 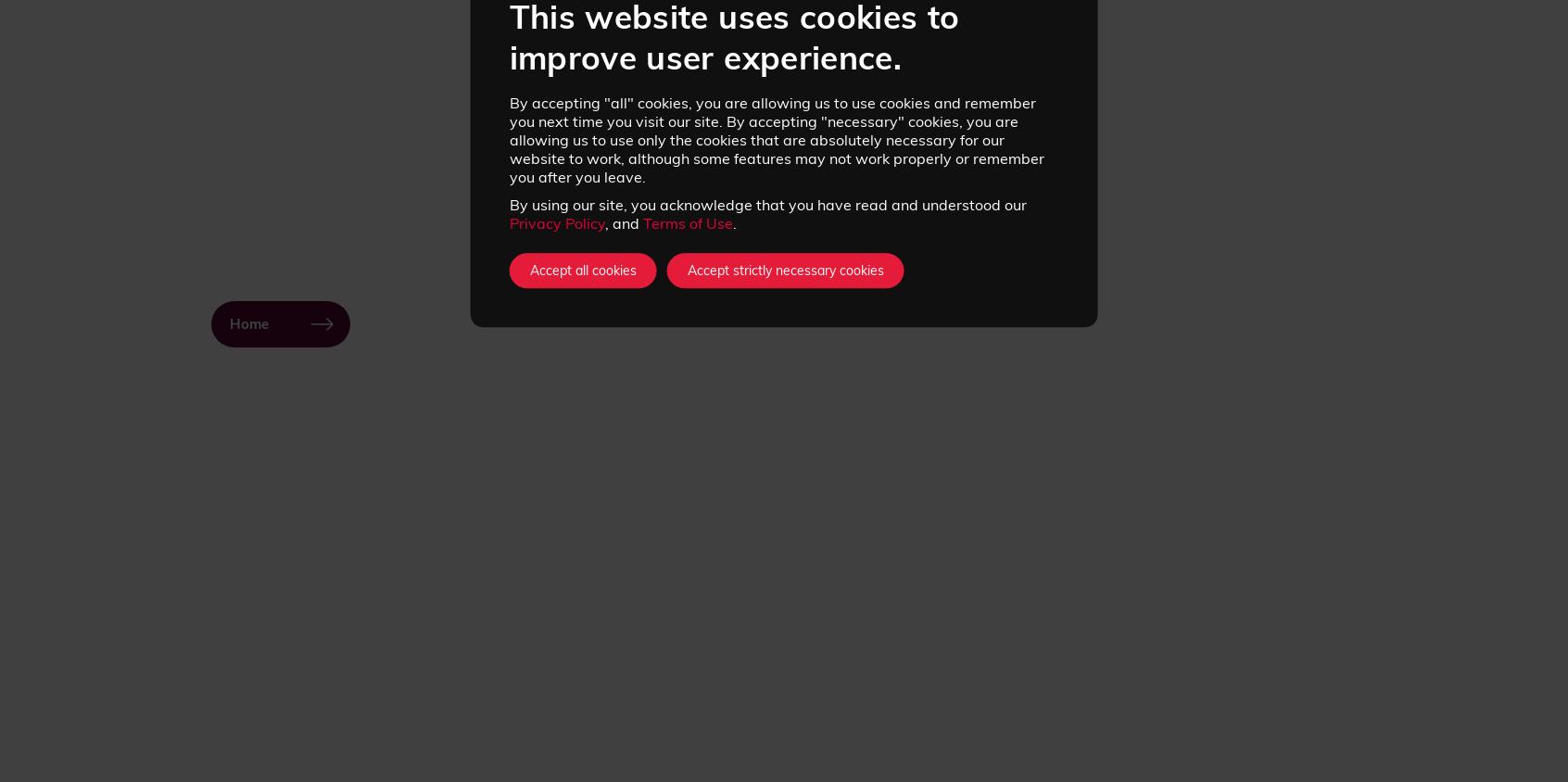 What do you see at coordinates (249, 324) in the screenshot?
I see `'Home'` at bounding box center [249, 324].